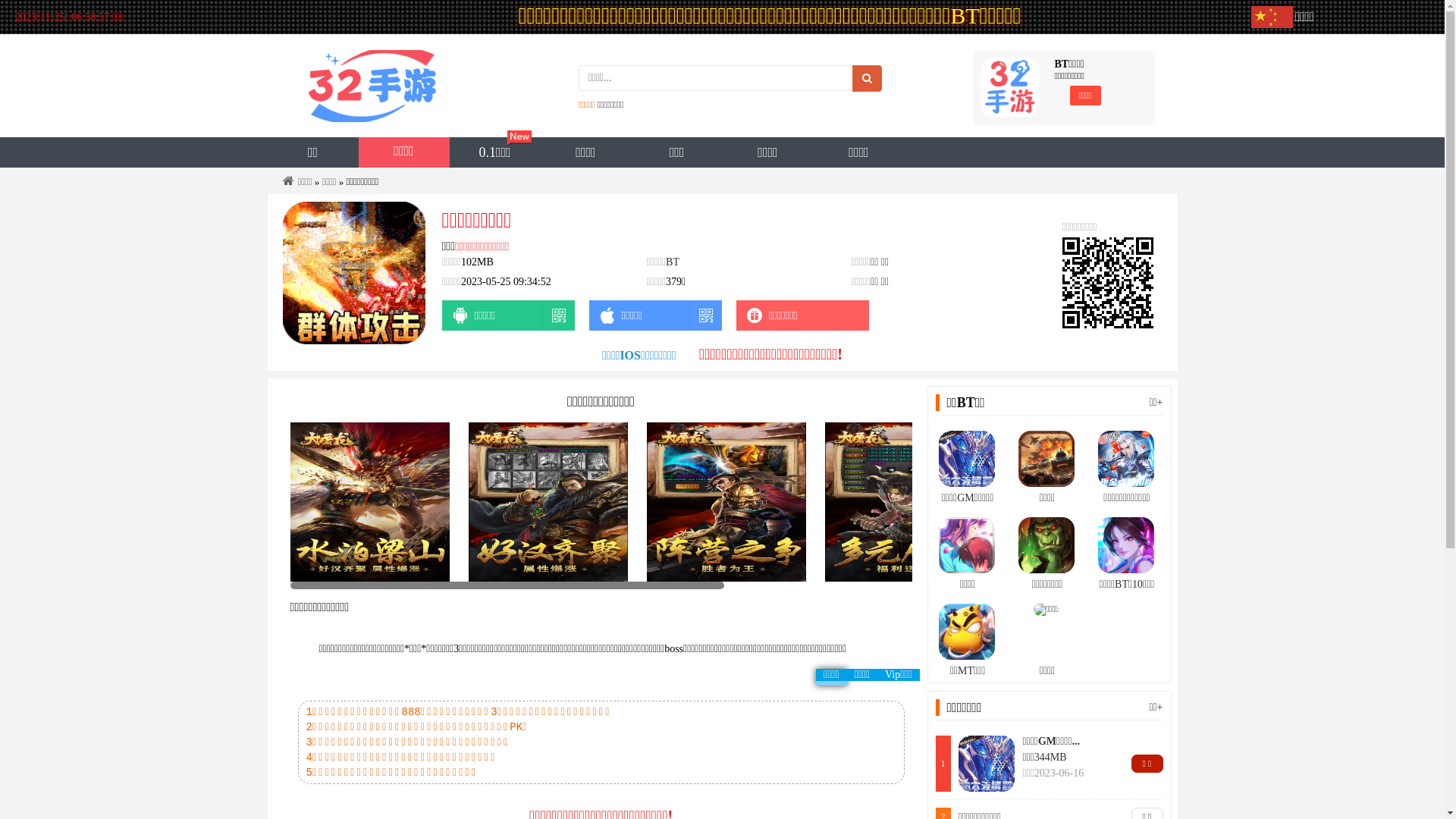 The width and height of the screenshot is (1456, 819). What do you see at coordinates (672, 261) in the screenshot?
I see `'BT'` at bounding box center [672, 261].